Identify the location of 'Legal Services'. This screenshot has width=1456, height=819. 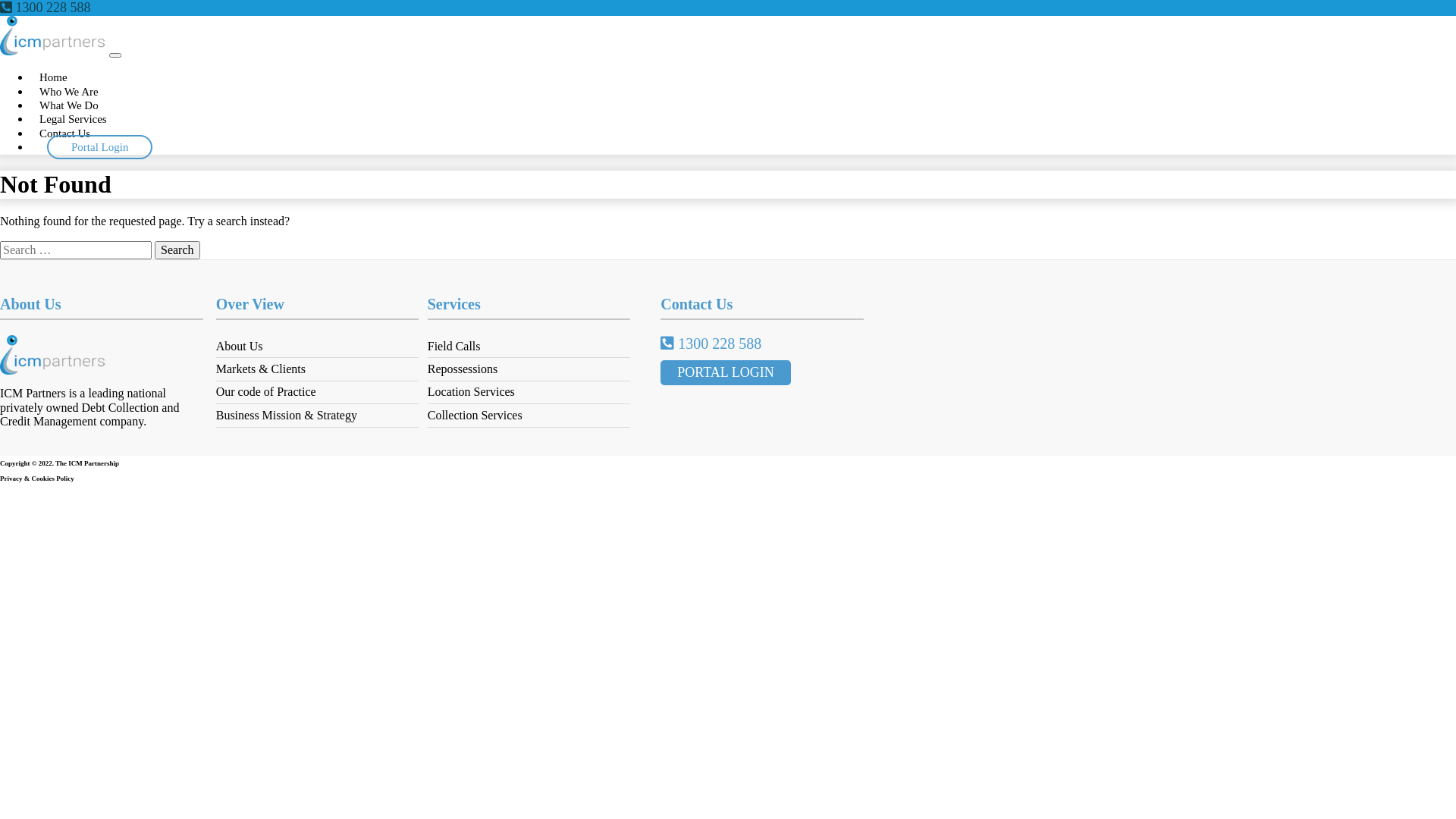
(72, 118).